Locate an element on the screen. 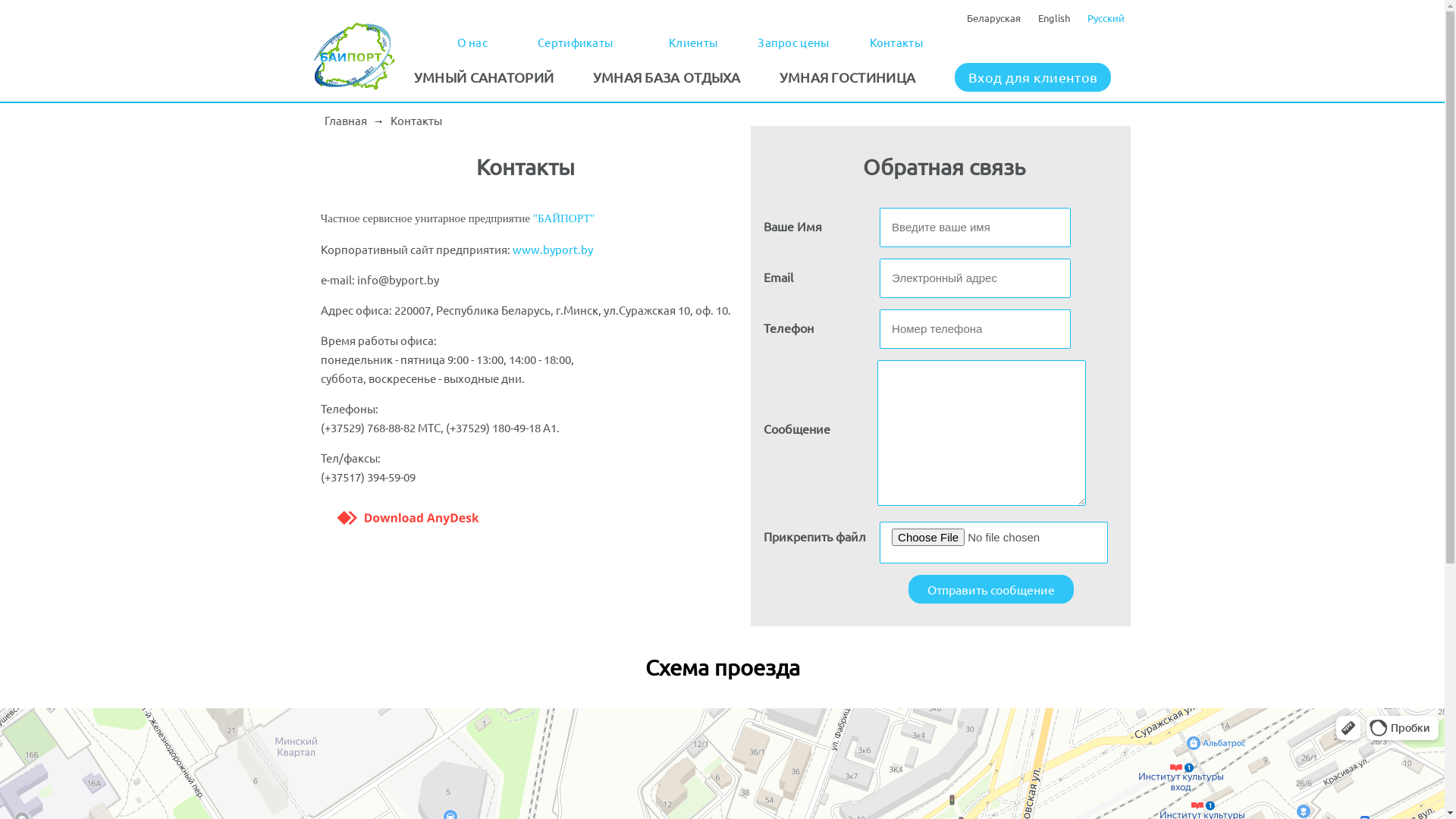 The height and width of the screenshot is (819, 1456). 'www.byport.by' is located at coordinates (552, 247).